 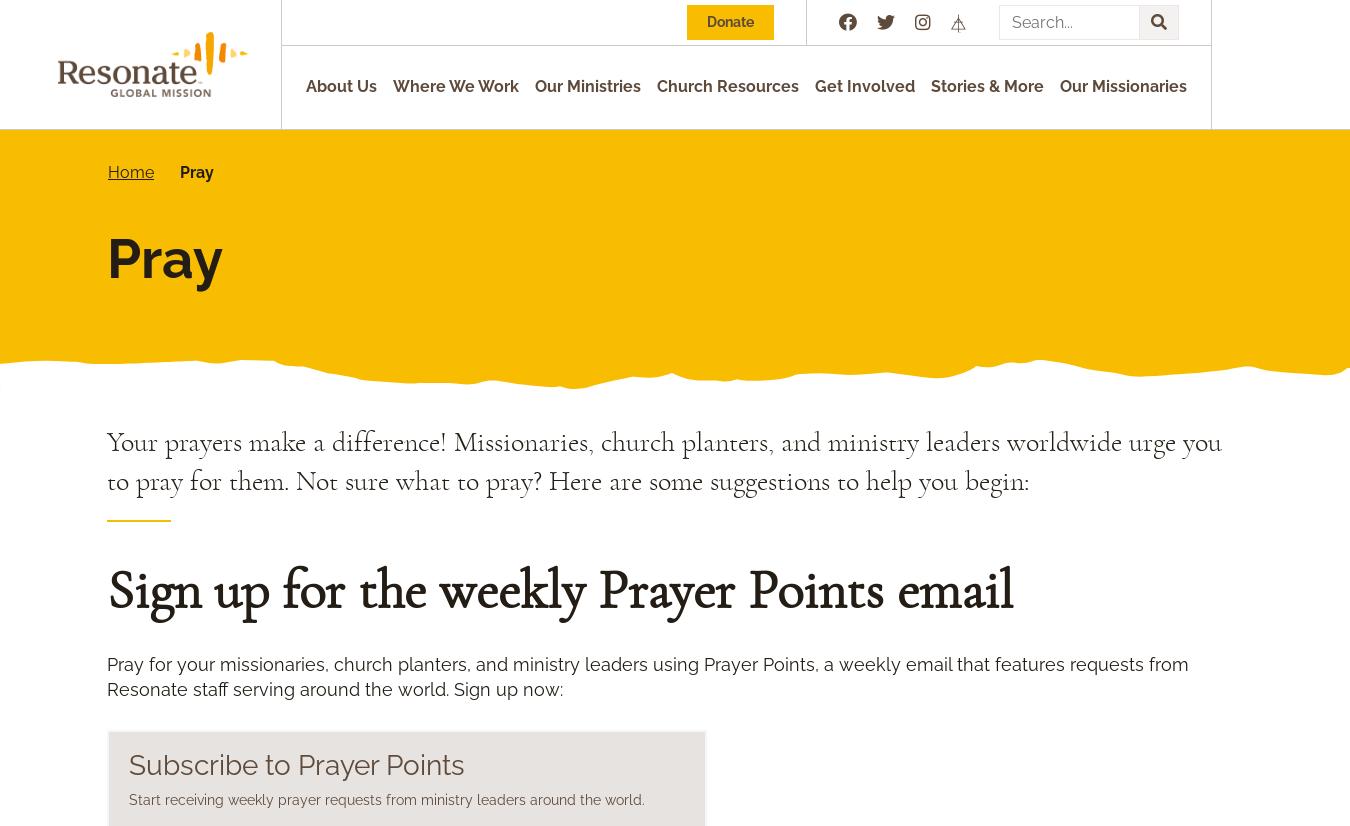 I want to click on 'Pray that the CRCNA will be faithful and generous in its financial support of missions.', so click(x=517, y=749).